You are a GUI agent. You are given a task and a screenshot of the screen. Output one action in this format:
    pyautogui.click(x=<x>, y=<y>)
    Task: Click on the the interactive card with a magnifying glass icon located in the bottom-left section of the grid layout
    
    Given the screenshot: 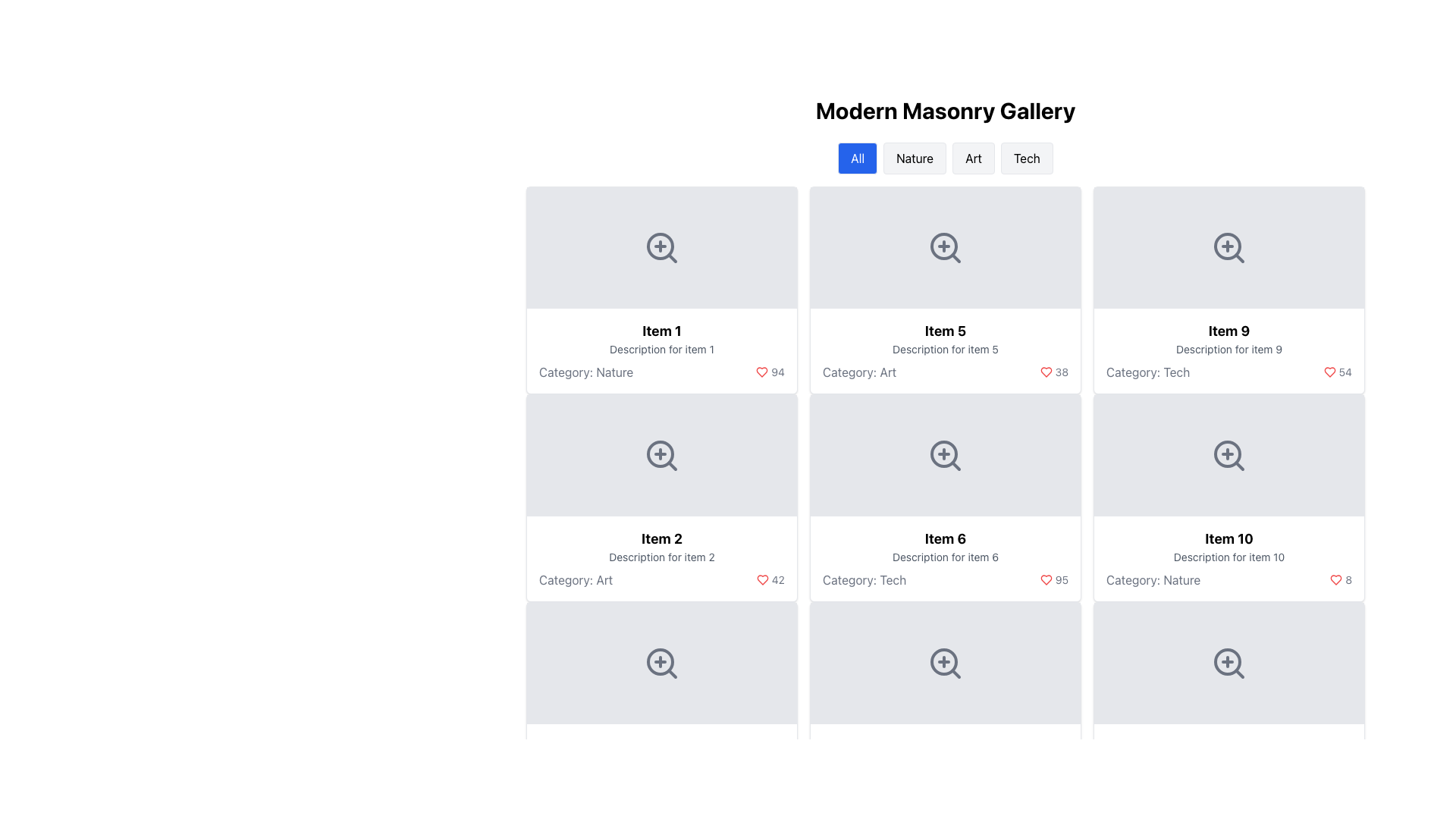 What is the action you would take?
    pyautogui.click(x=662, y=663)
    